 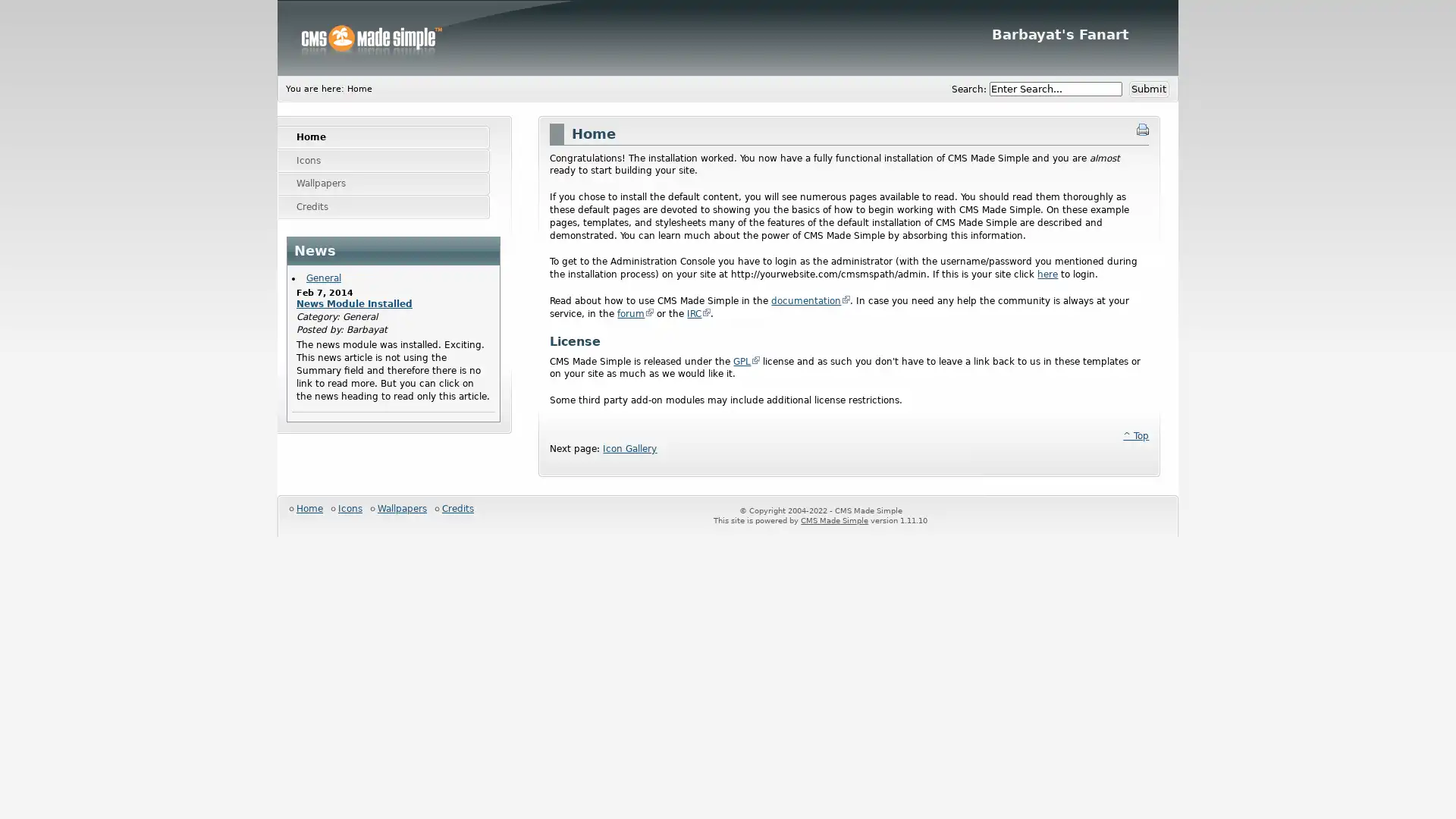 What do you see at coordinates (1149, 89) in the screenshot?
I see `Submit` at bounding box center [1149, 89].